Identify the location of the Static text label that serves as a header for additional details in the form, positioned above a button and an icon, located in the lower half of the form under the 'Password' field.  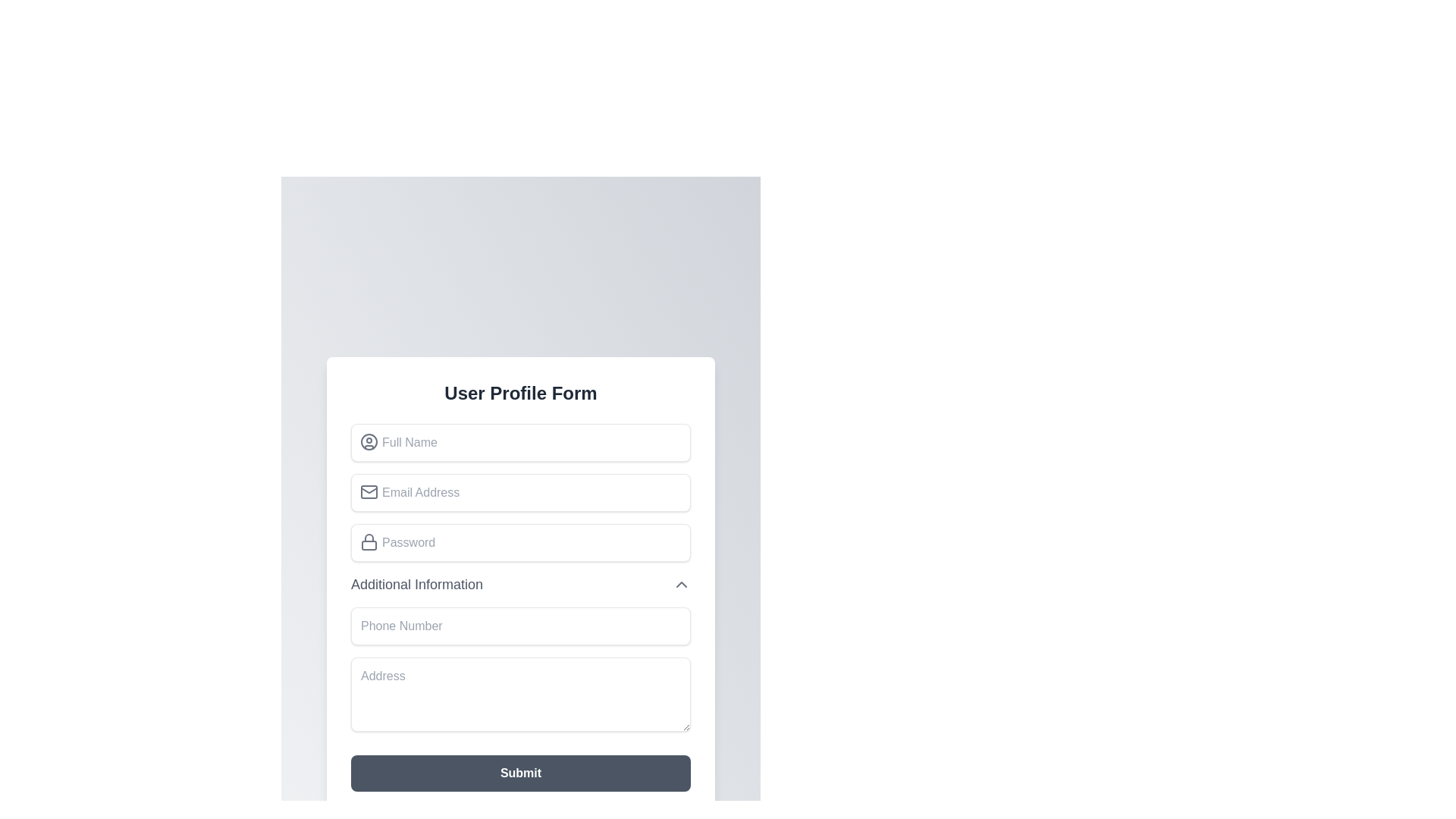
(417, 583).